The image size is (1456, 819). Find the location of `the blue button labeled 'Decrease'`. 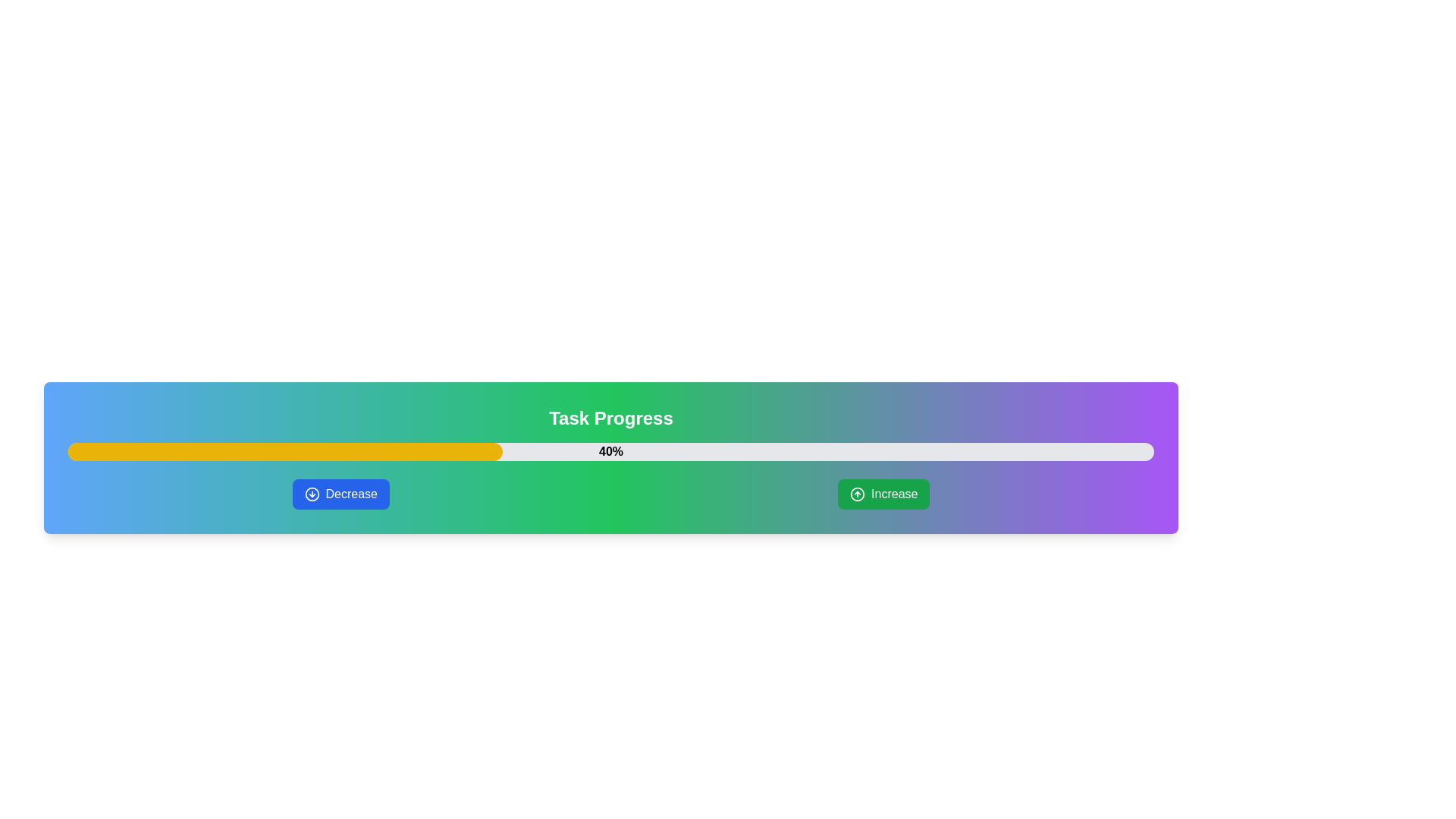

the blue button labeled 'Decrease' is located at coordinates (340, 494).